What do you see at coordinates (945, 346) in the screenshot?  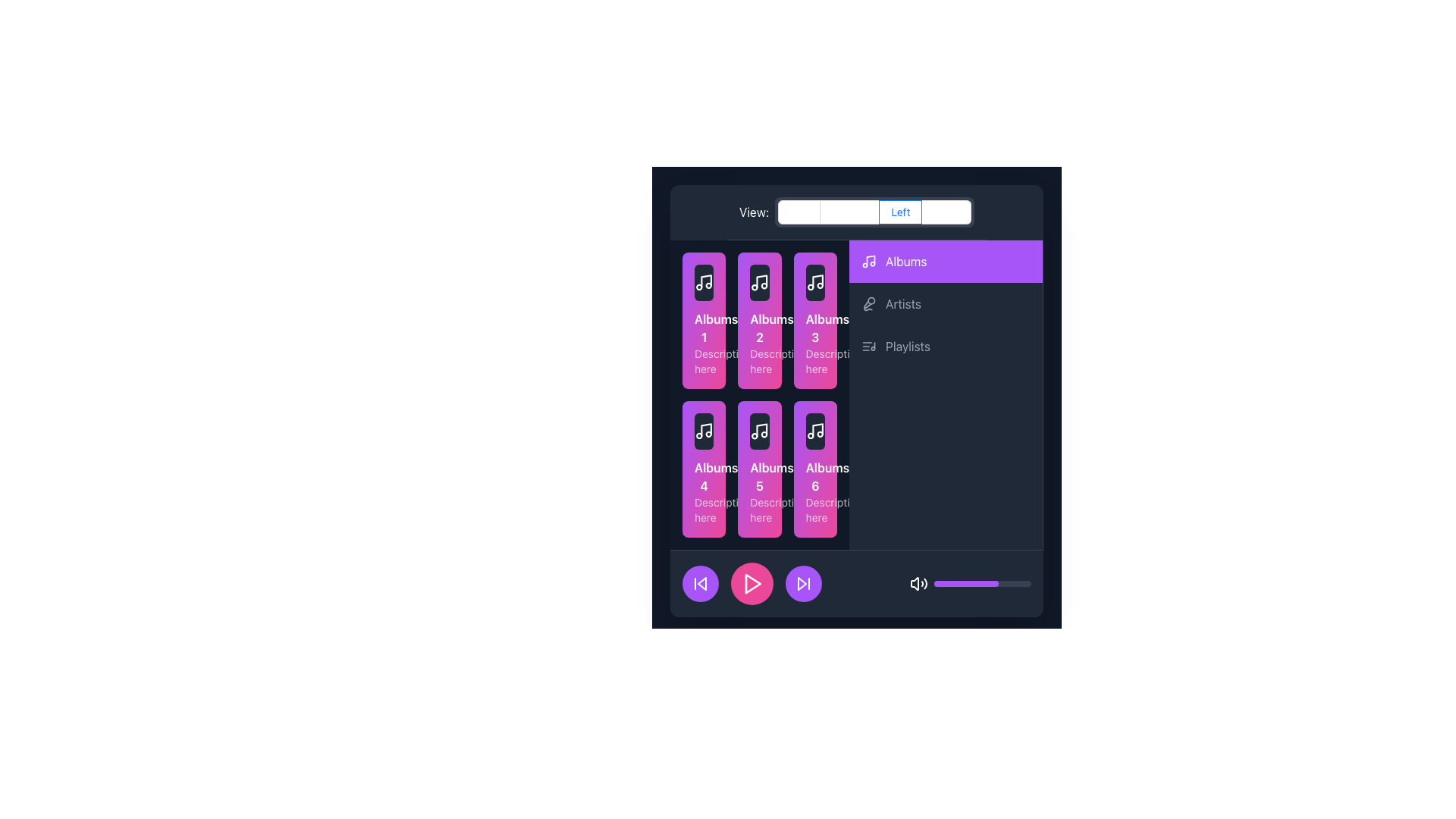 I see `the 'Playlists' option in the navigation menu` at bounding box center [945, 346].